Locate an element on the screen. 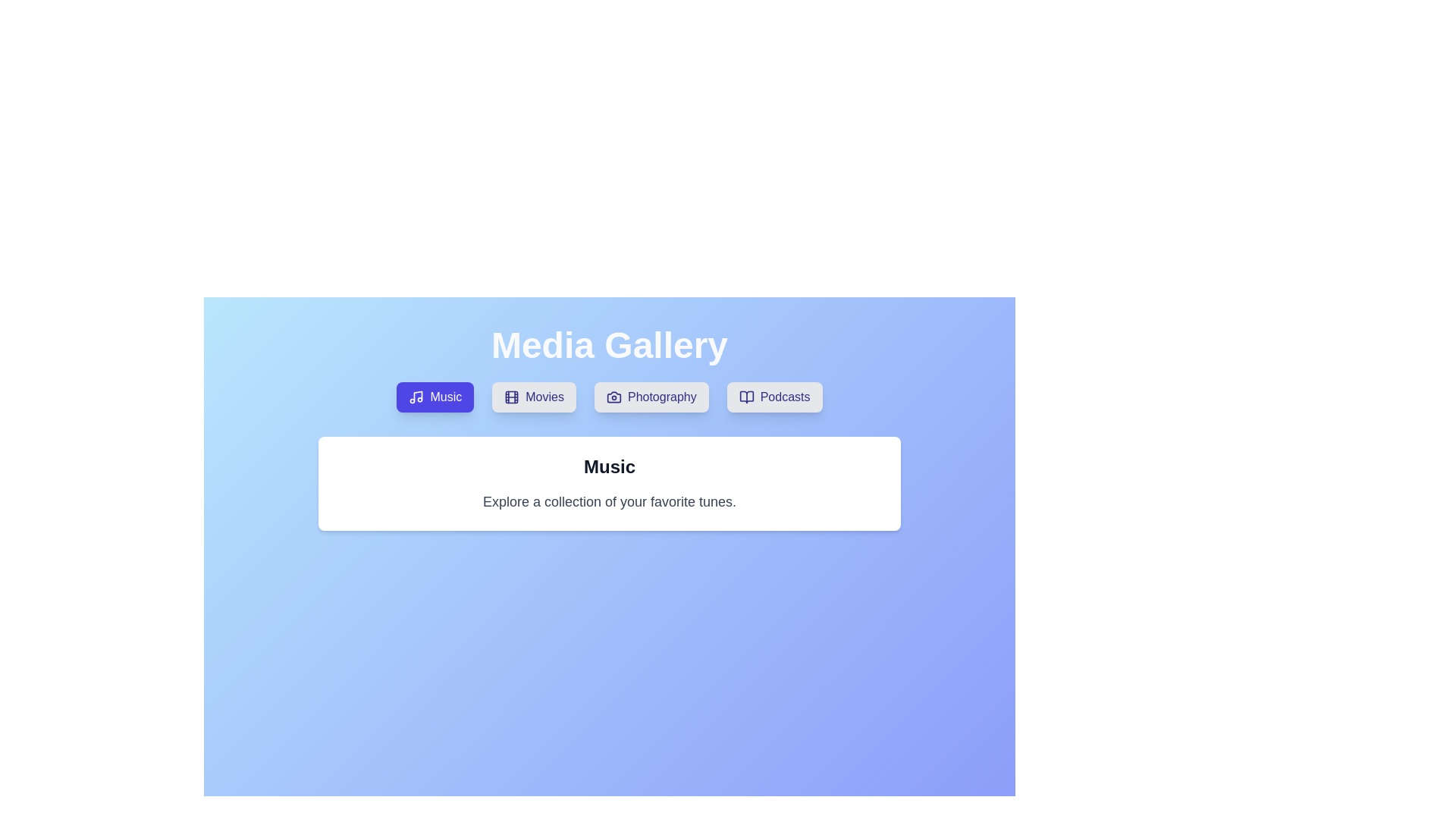 The image size is (1456, 819). the Photography tab by clicking on its button is located at coordinates (651, 397).